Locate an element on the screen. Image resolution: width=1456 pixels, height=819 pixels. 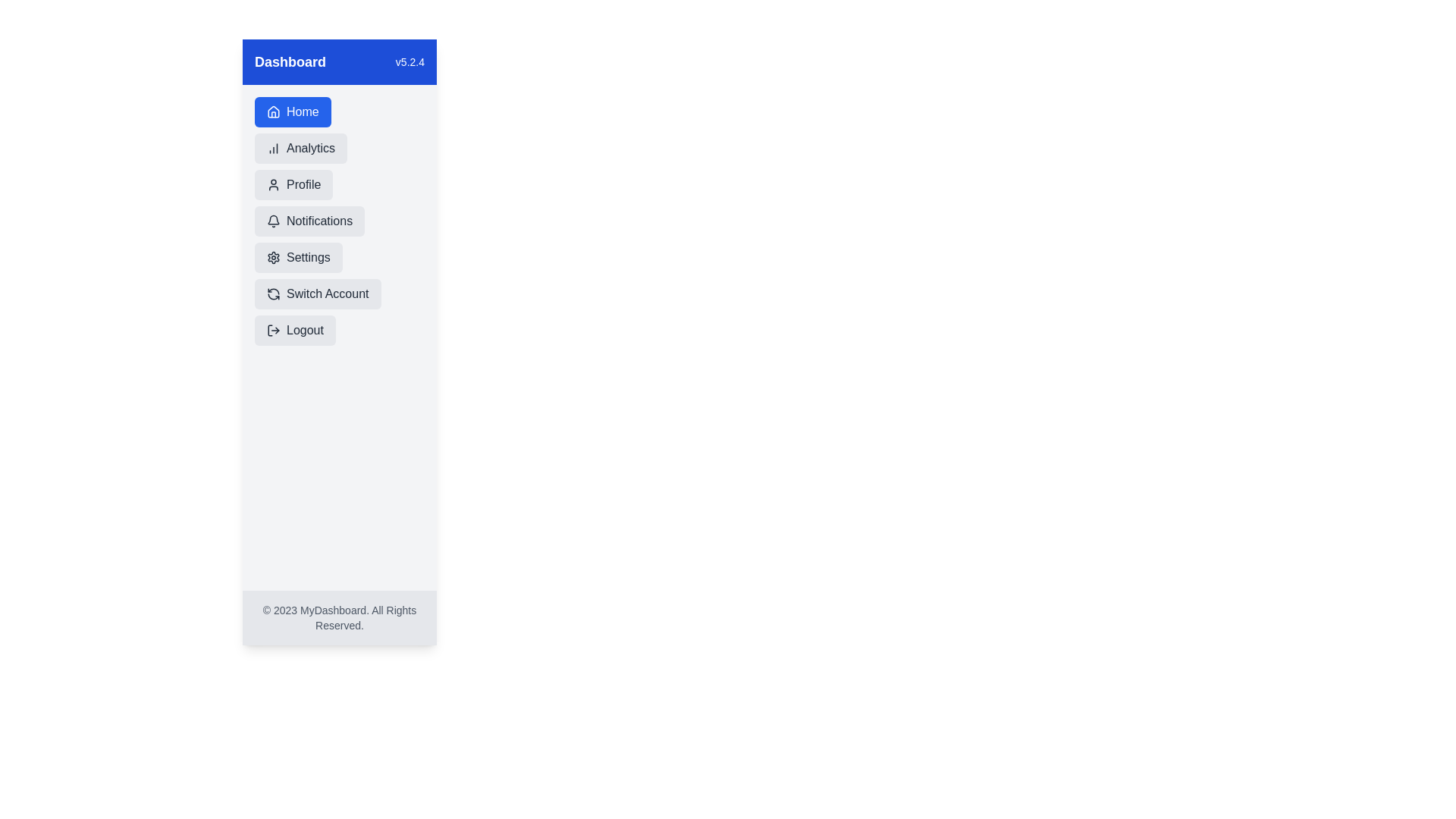
the settings icon is located at coordinates (273, 256).